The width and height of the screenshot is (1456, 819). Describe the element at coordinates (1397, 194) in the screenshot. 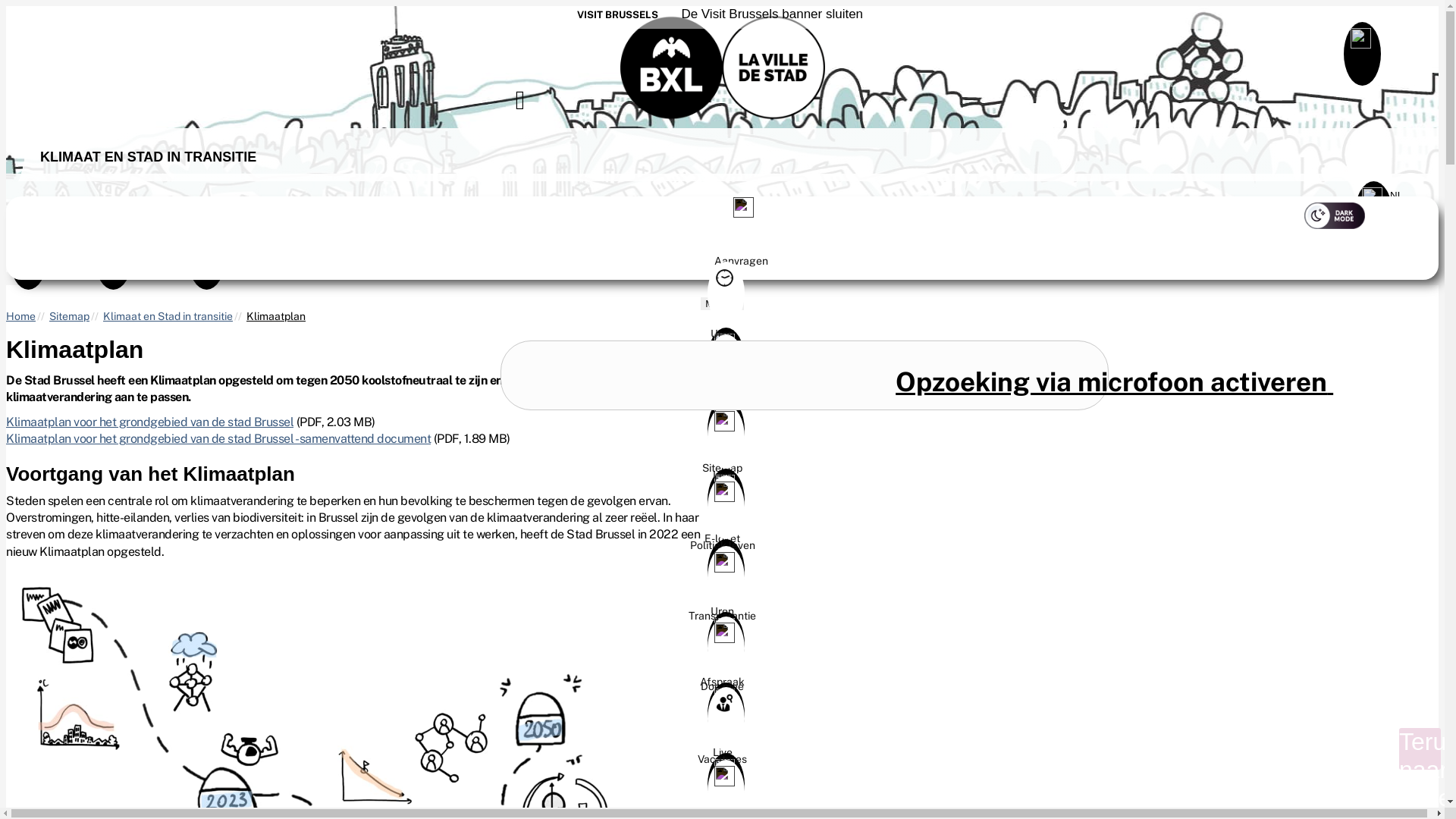

I see `'NL '` at that location.